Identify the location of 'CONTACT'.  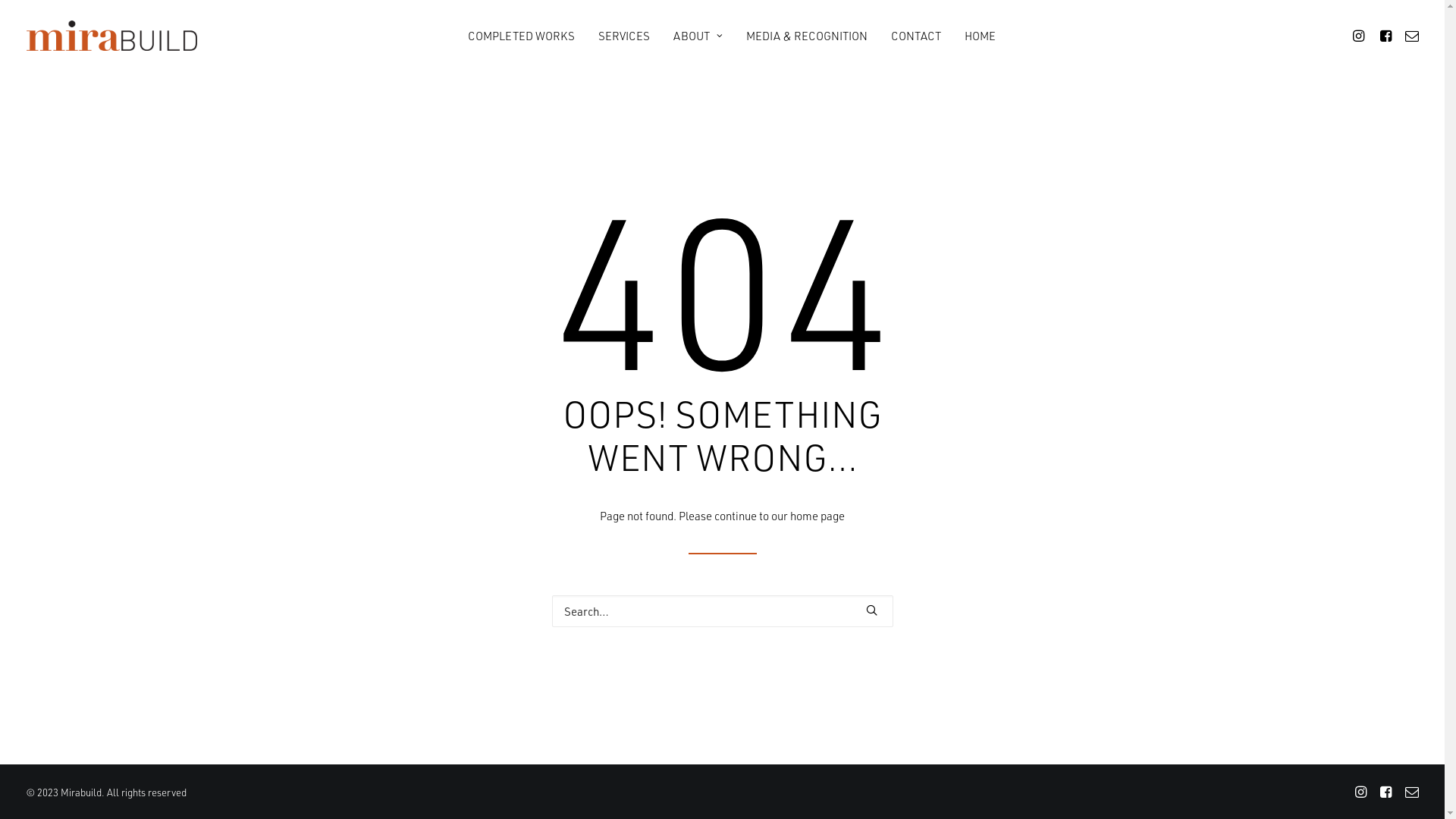
(915, 34).